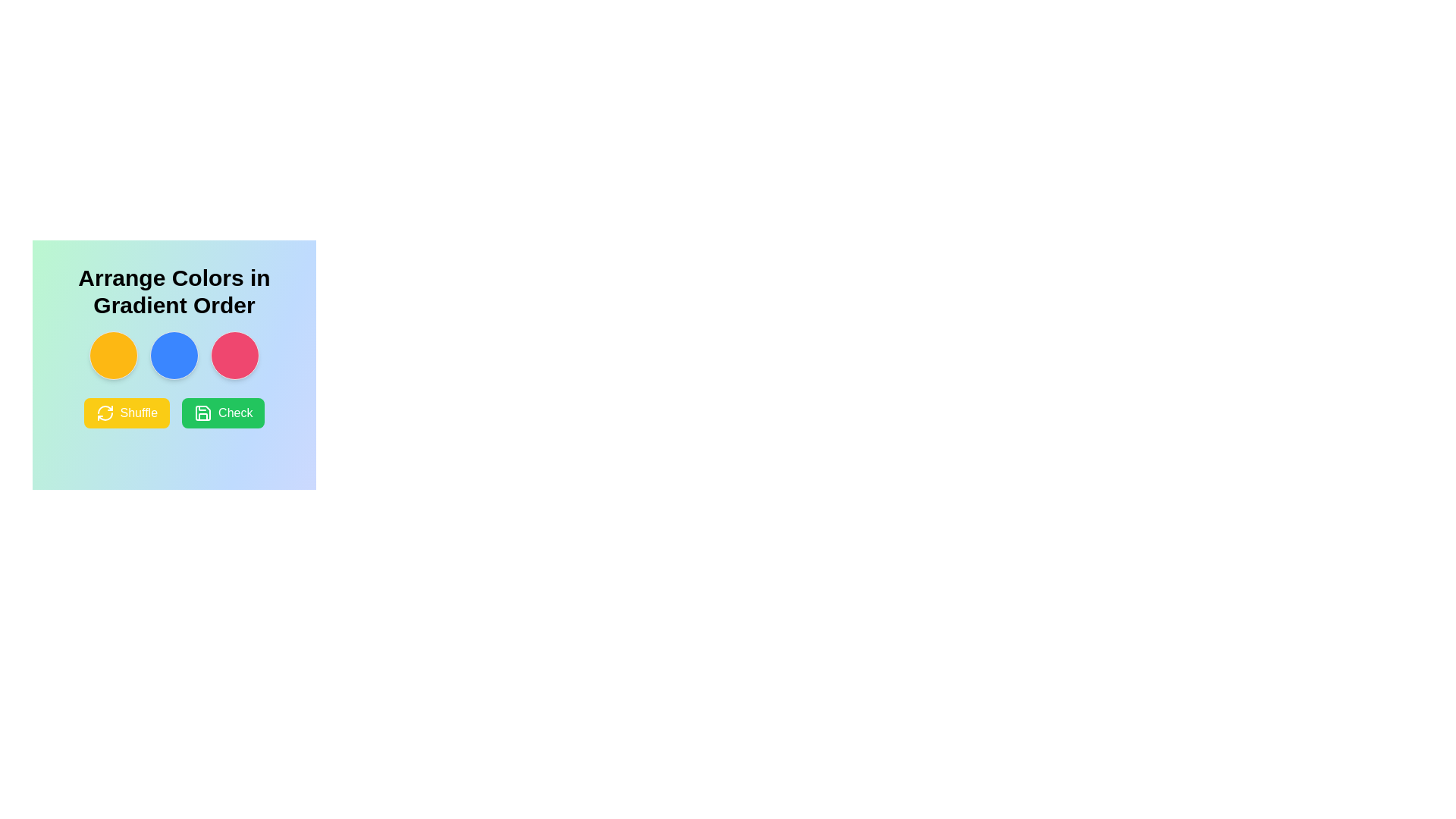  I want to click on the rightmost circular interactive element in the 'Arrange Colors in Gradient Order' interface, so click(234, 356).